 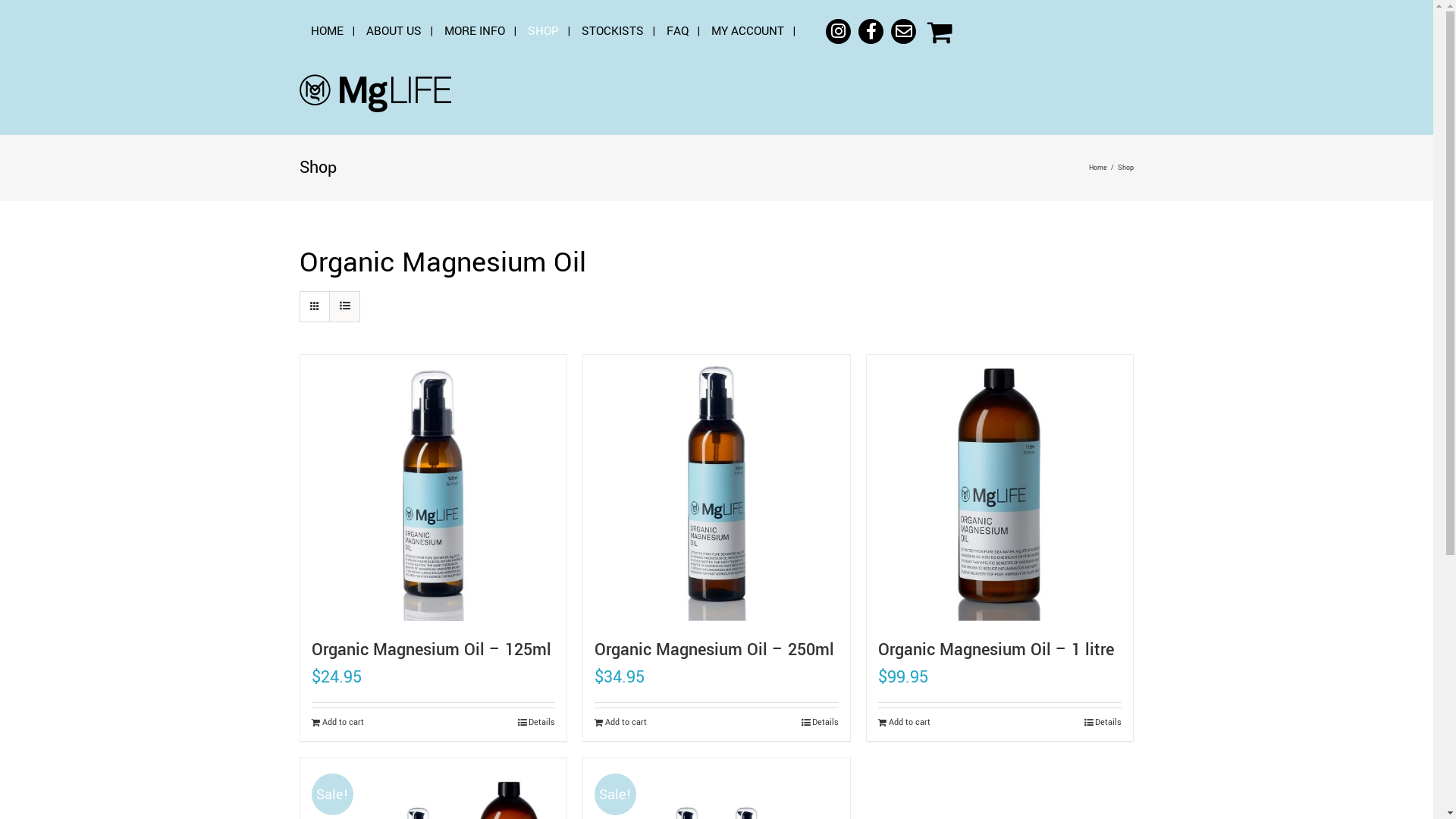 I want to click on 'STOCKISTS', so click(x=612, y=31).